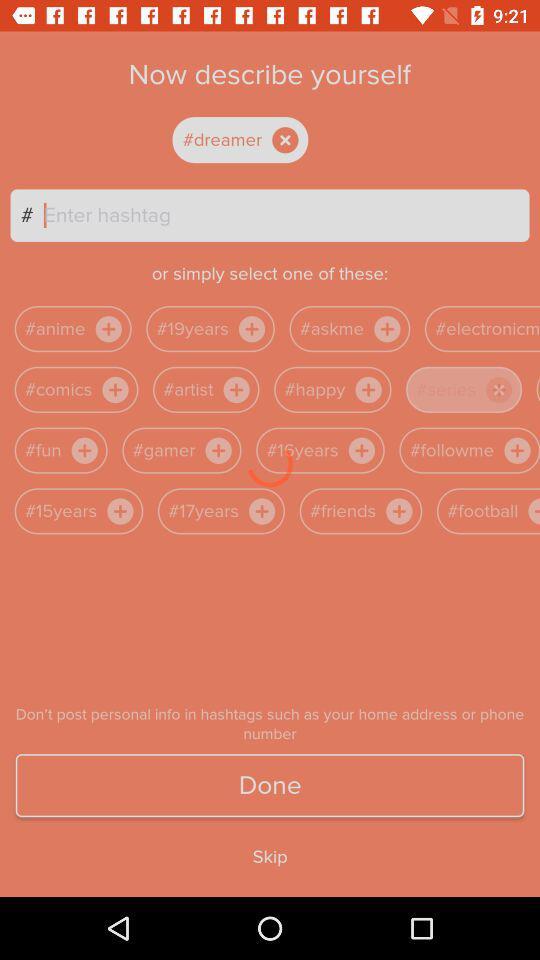 This screenshot has width=540, height=960. Describe the element at coordinates (257, 139) in the screenshot. I see `dreamer ash tag` at that location.